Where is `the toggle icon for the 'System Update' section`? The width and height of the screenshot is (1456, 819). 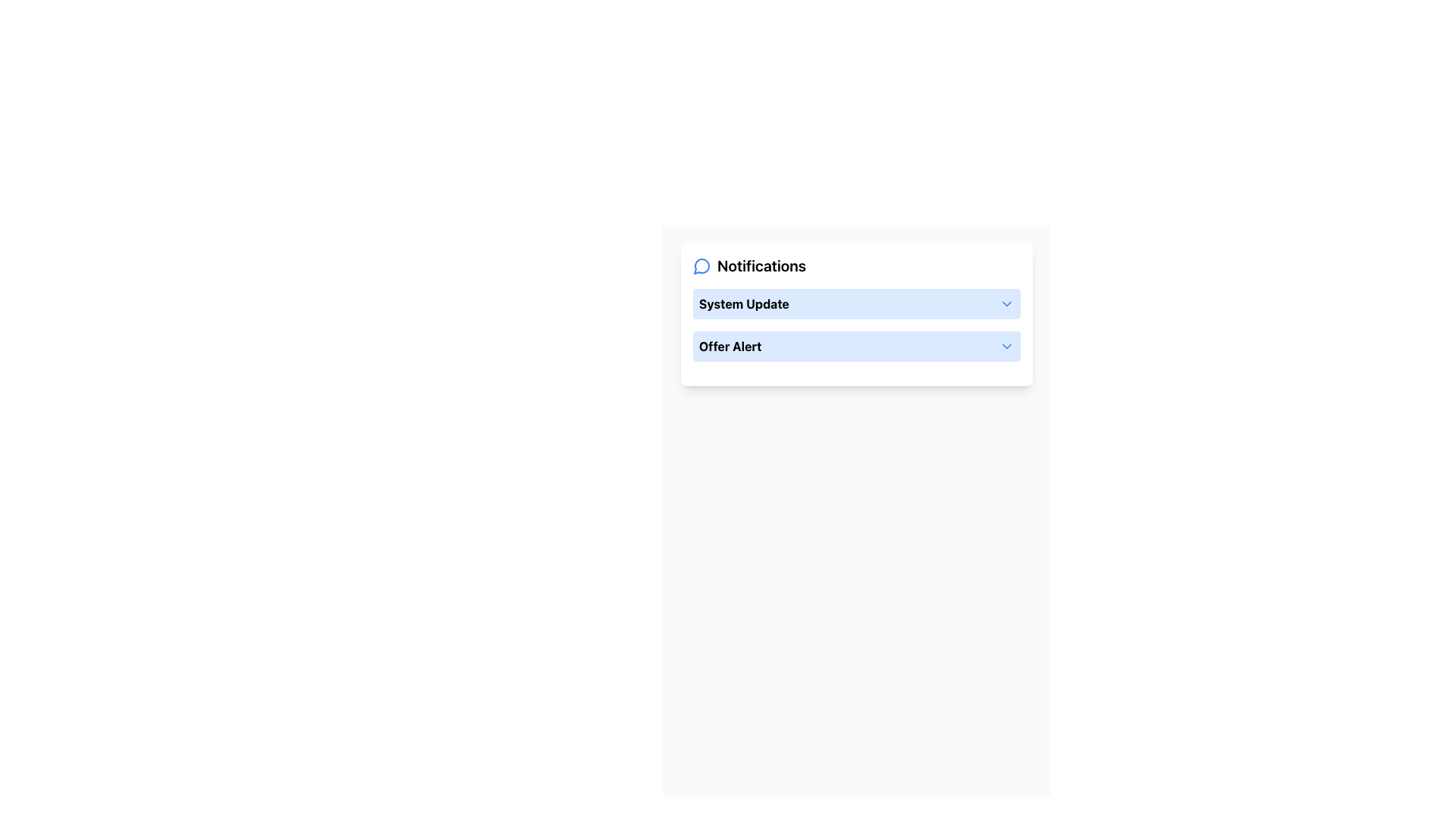 the toggle icon for the 'System Update' section is located at coordinates (1007, 304).